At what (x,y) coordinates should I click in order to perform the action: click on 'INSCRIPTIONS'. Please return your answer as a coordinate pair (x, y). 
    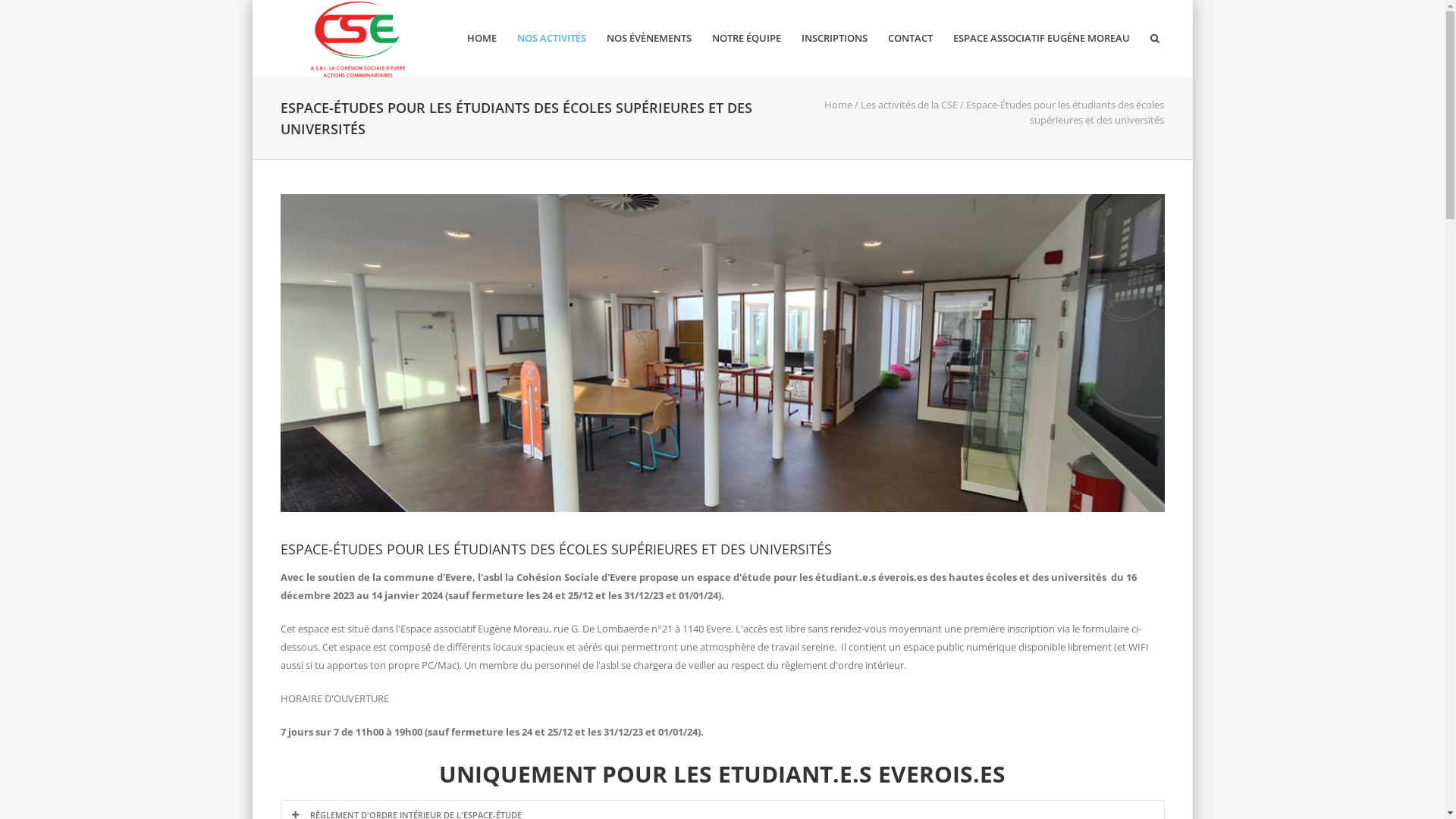
    Looking at the image, I should click on (833, 37).